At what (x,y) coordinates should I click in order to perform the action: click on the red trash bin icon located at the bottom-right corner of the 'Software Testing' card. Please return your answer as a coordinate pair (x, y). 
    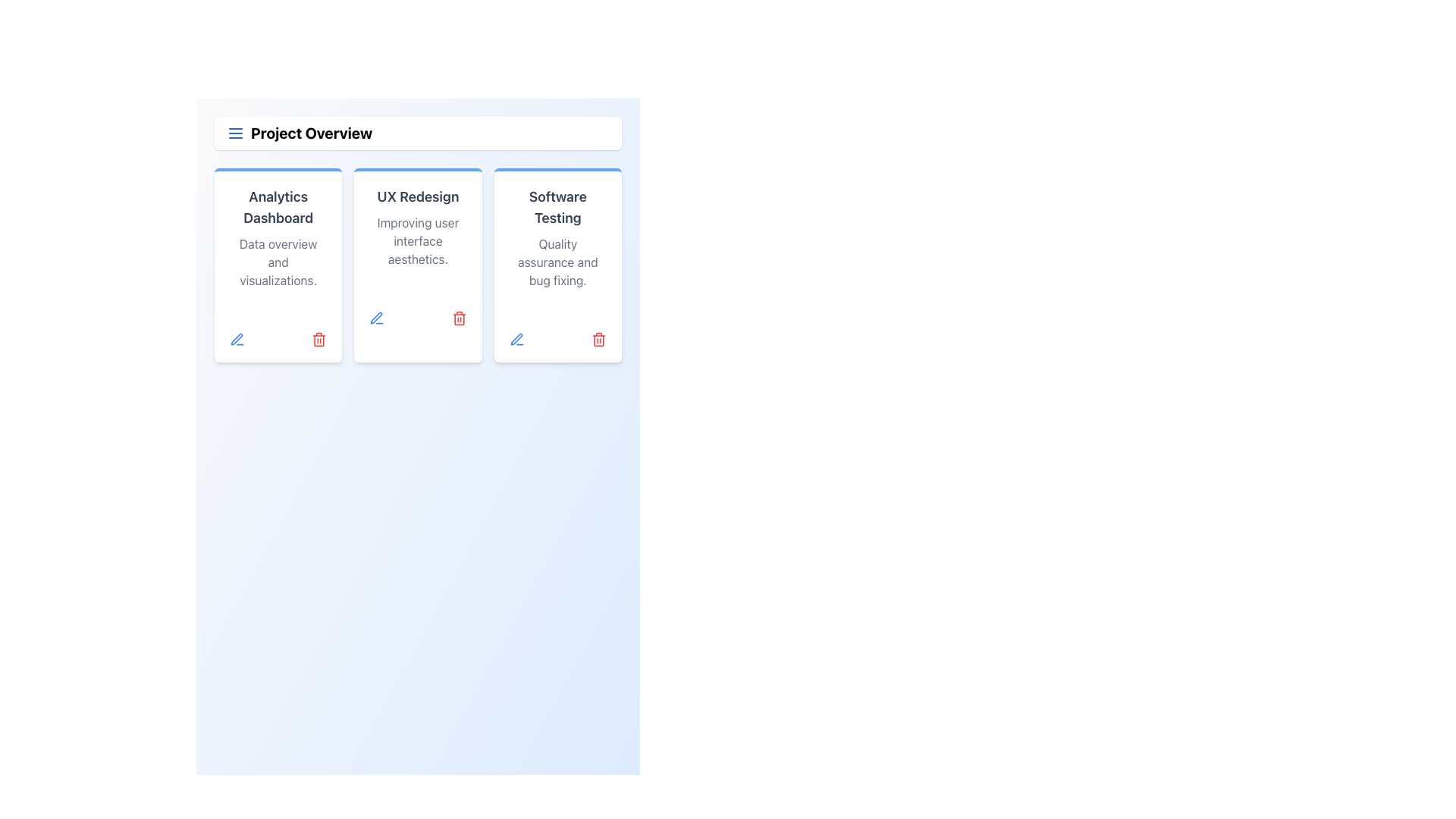
    Looking at the image, I should click on (598, 338).